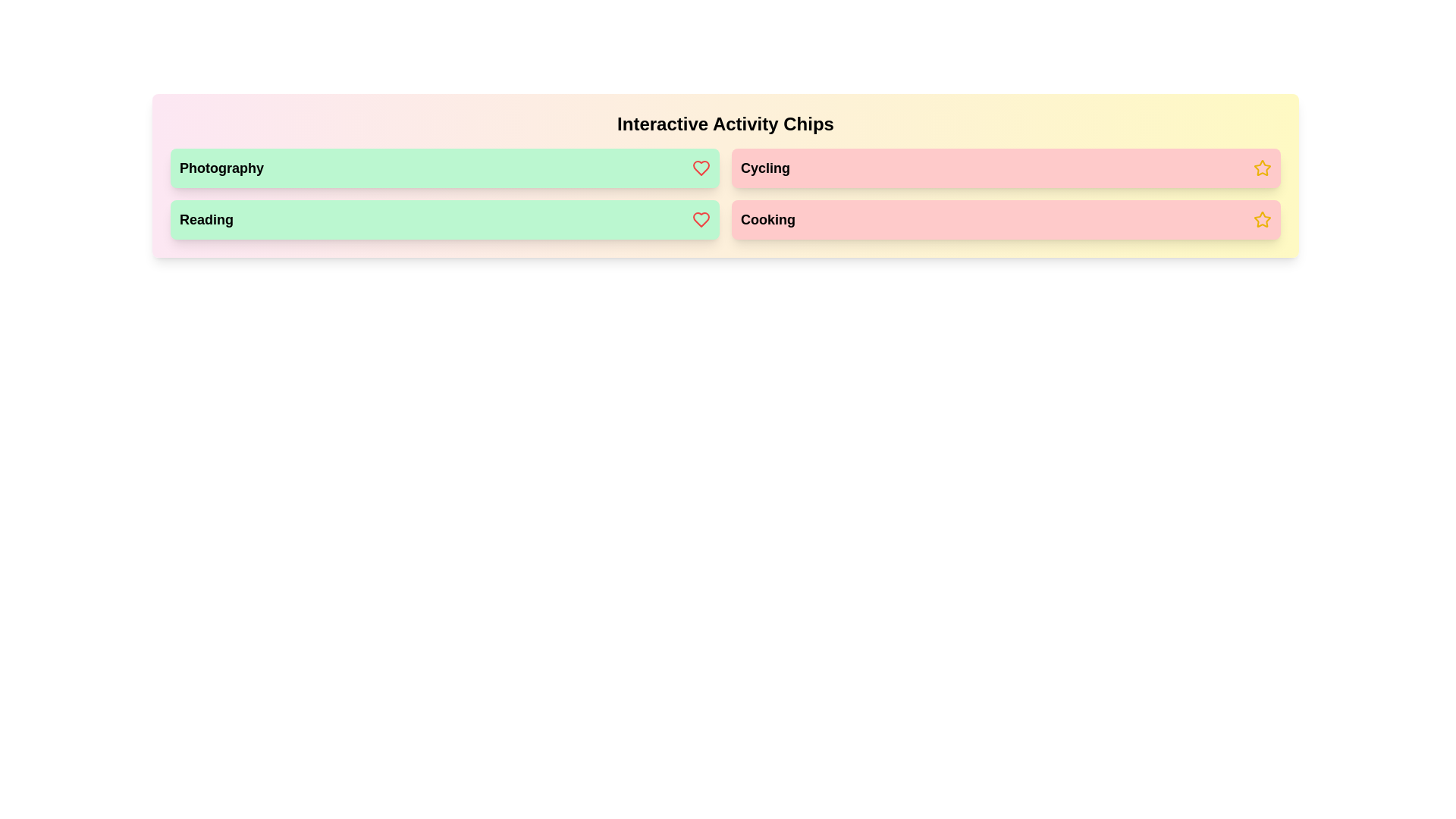 The width and height of the screenshot is (1456, 819). What do you see at coordinates (1006, 219) in the screenshot?
I see `the chip labeled Cooking to observe its visual feedback` at bounding box center [1006, 219].